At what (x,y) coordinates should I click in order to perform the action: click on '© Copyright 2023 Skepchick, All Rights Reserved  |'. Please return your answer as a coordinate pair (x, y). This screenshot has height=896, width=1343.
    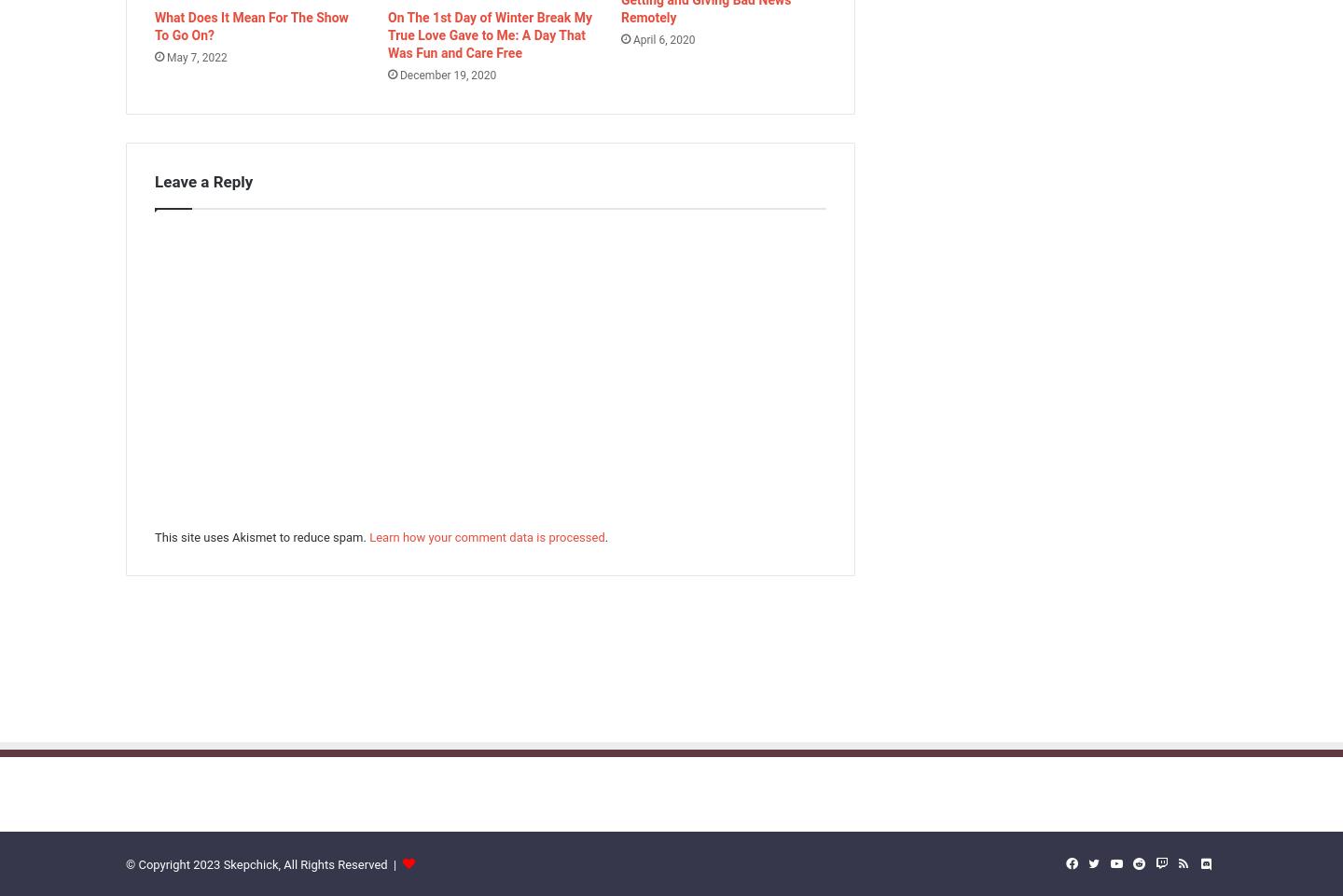
    Looking at the image, I should click on (262, 864).